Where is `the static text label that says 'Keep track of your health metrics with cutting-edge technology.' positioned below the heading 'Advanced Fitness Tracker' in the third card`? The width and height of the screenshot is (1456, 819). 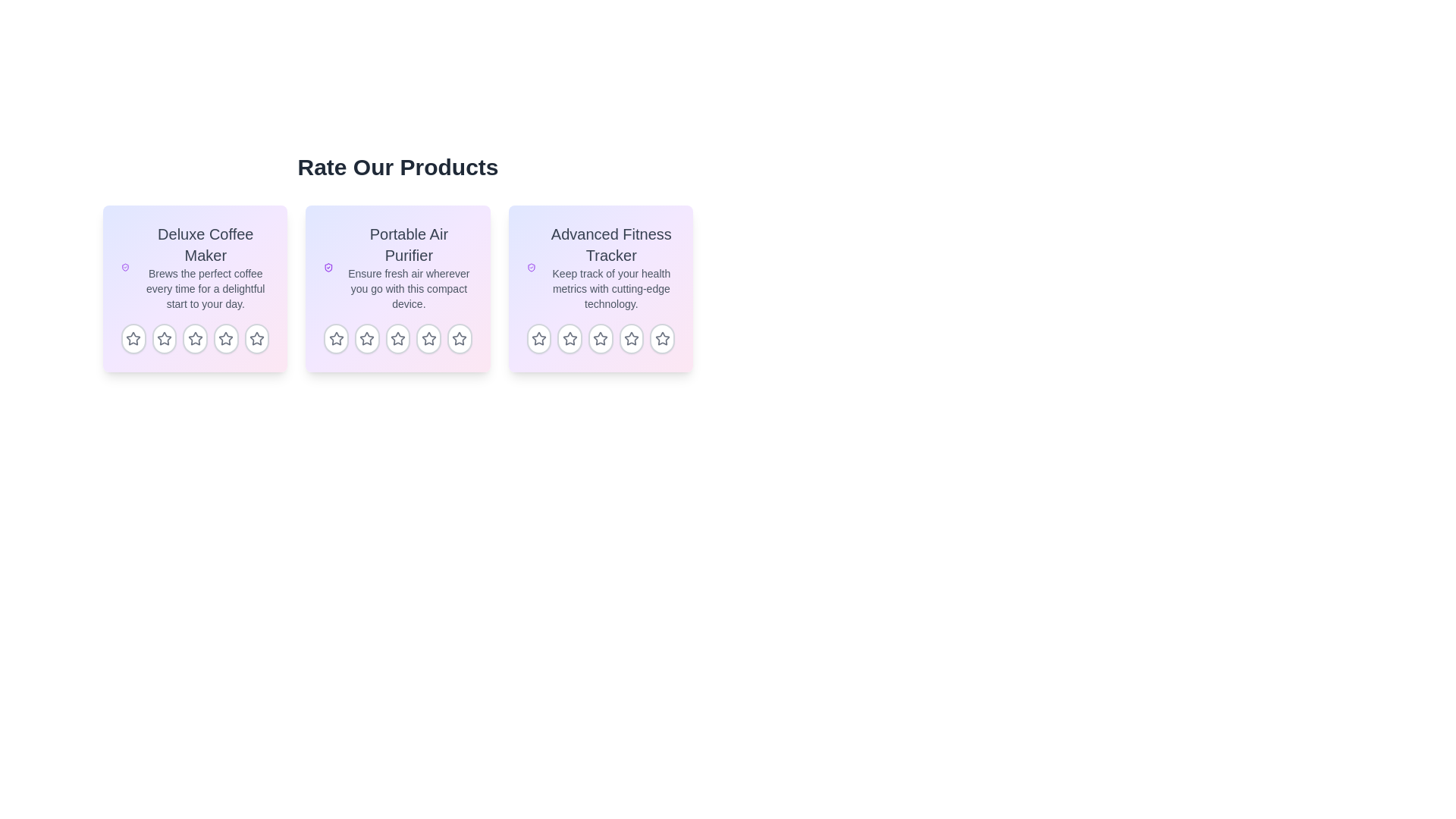 the static text label that says 'Keep track of your health metrics with cutting-edge technology.' positioned below the heading 'Advanced Fitness Tracker' in the third card is located at coordinates (611, 289).